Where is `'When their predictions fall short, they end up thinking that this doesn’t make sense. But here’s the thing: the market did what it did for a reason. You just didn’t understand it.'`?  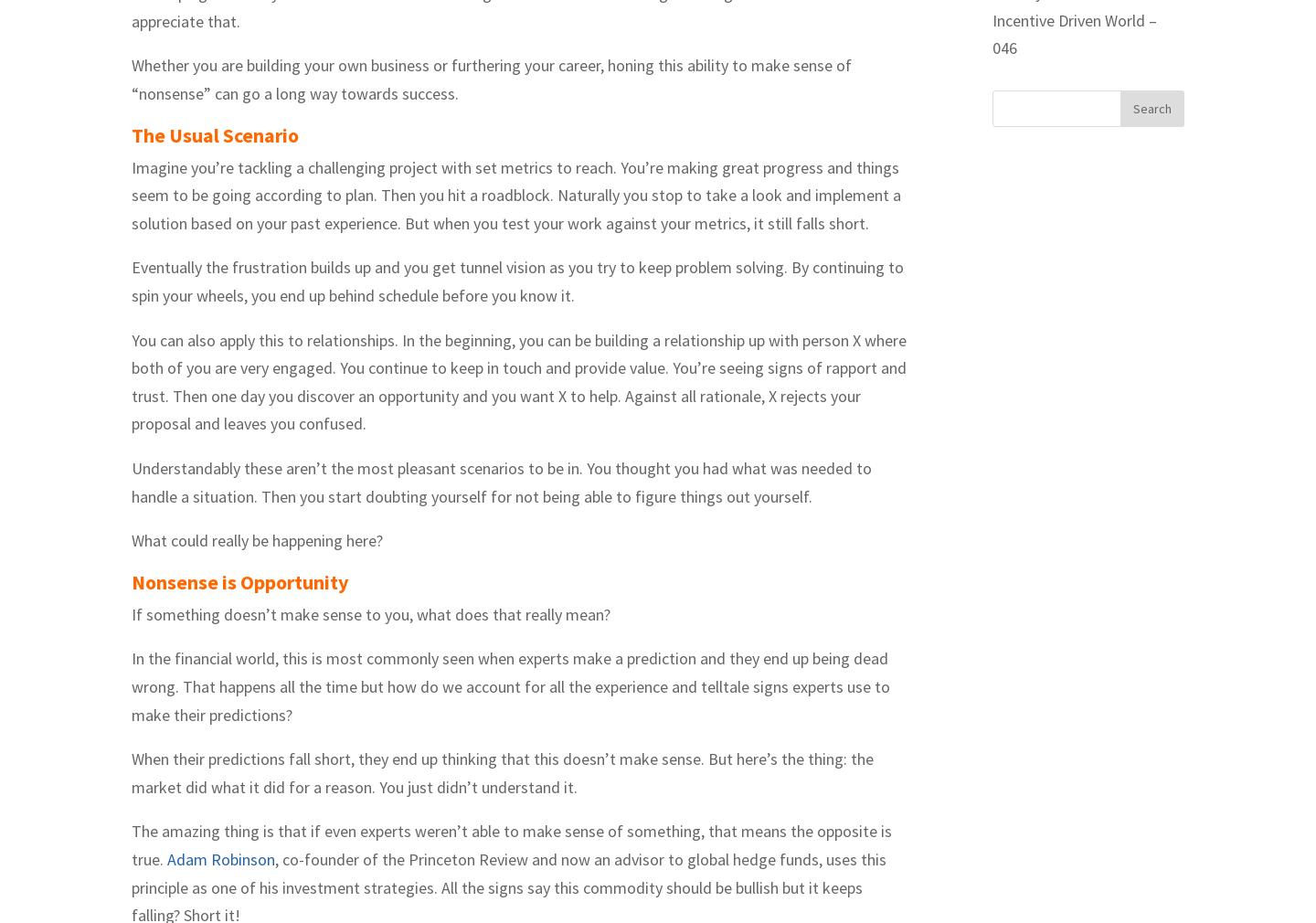
'When their predictions fall short, they end up thinking that this doesn’t make sense. But here’s the thing: the market did what it did for a reason. You just didn’t understand it.' is located at coordinates (502, 772).